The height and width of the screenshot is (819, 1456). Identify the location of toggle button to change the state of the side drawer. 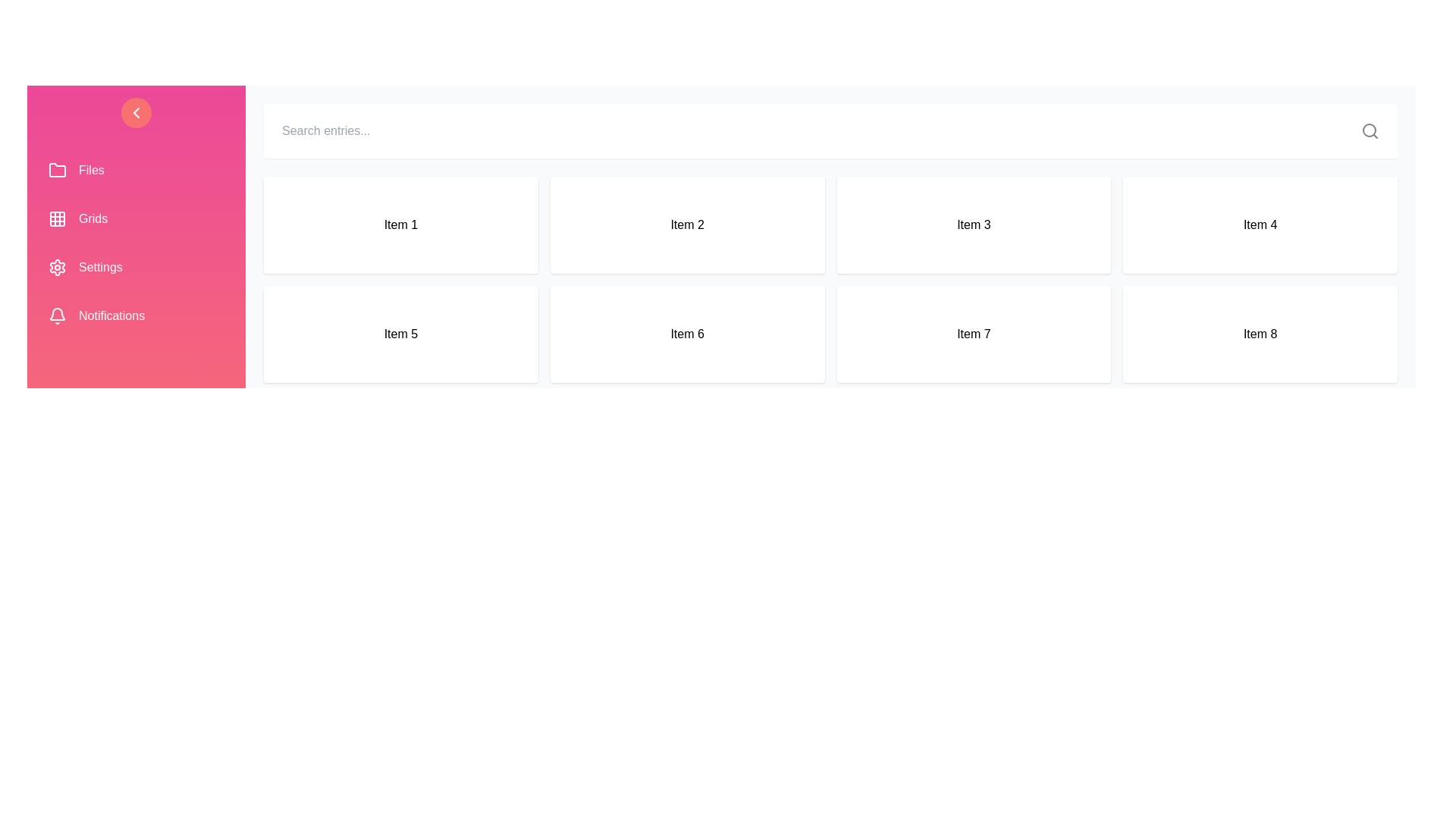
(136, 112).